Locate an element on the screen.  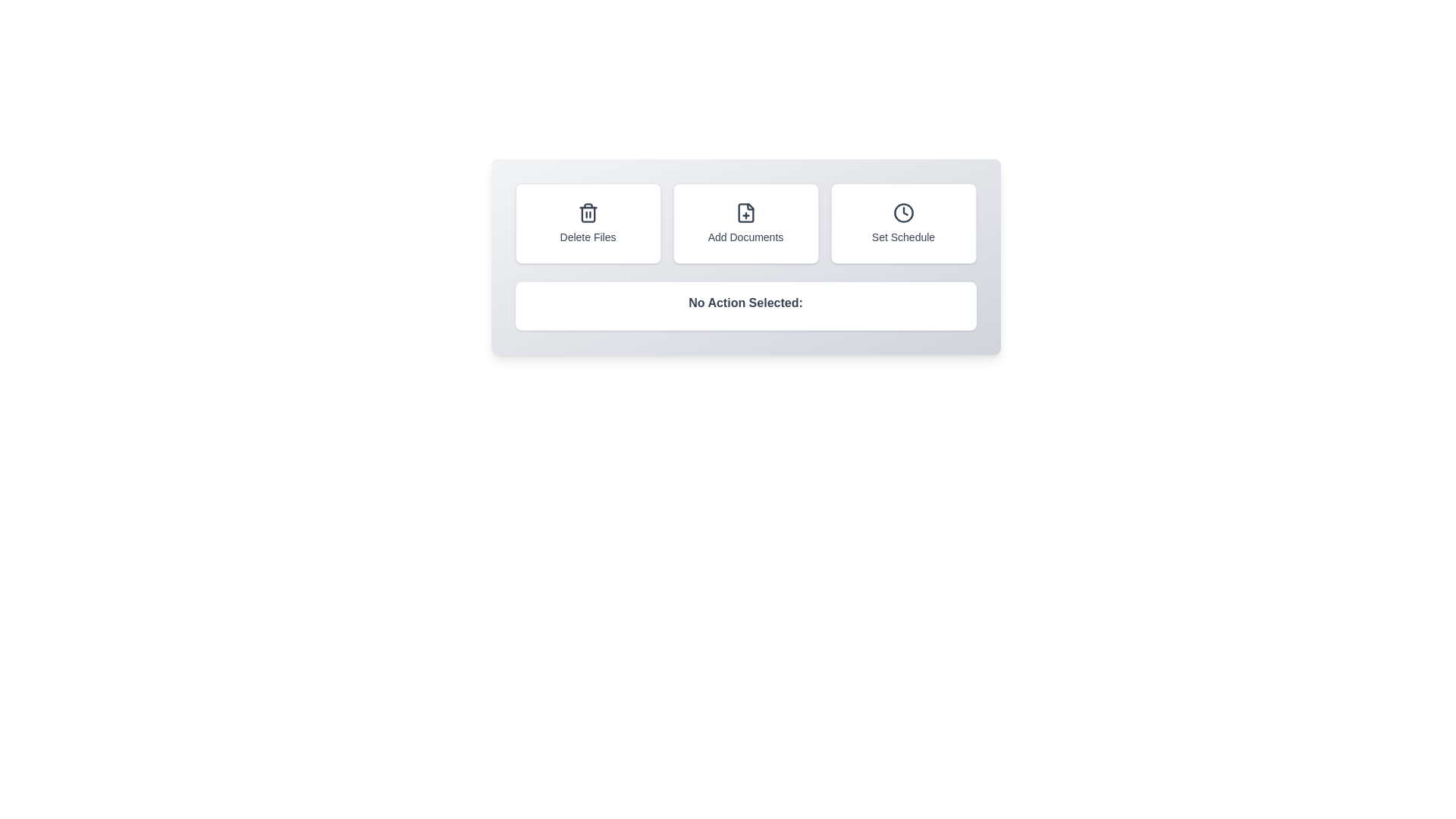
the Static Text Label that reads 'Set Schedule', which is the third button in a group of similarly styled buttons, positioned between the 'Add Documents' button and an empty space is located at coordinates (903, 237).